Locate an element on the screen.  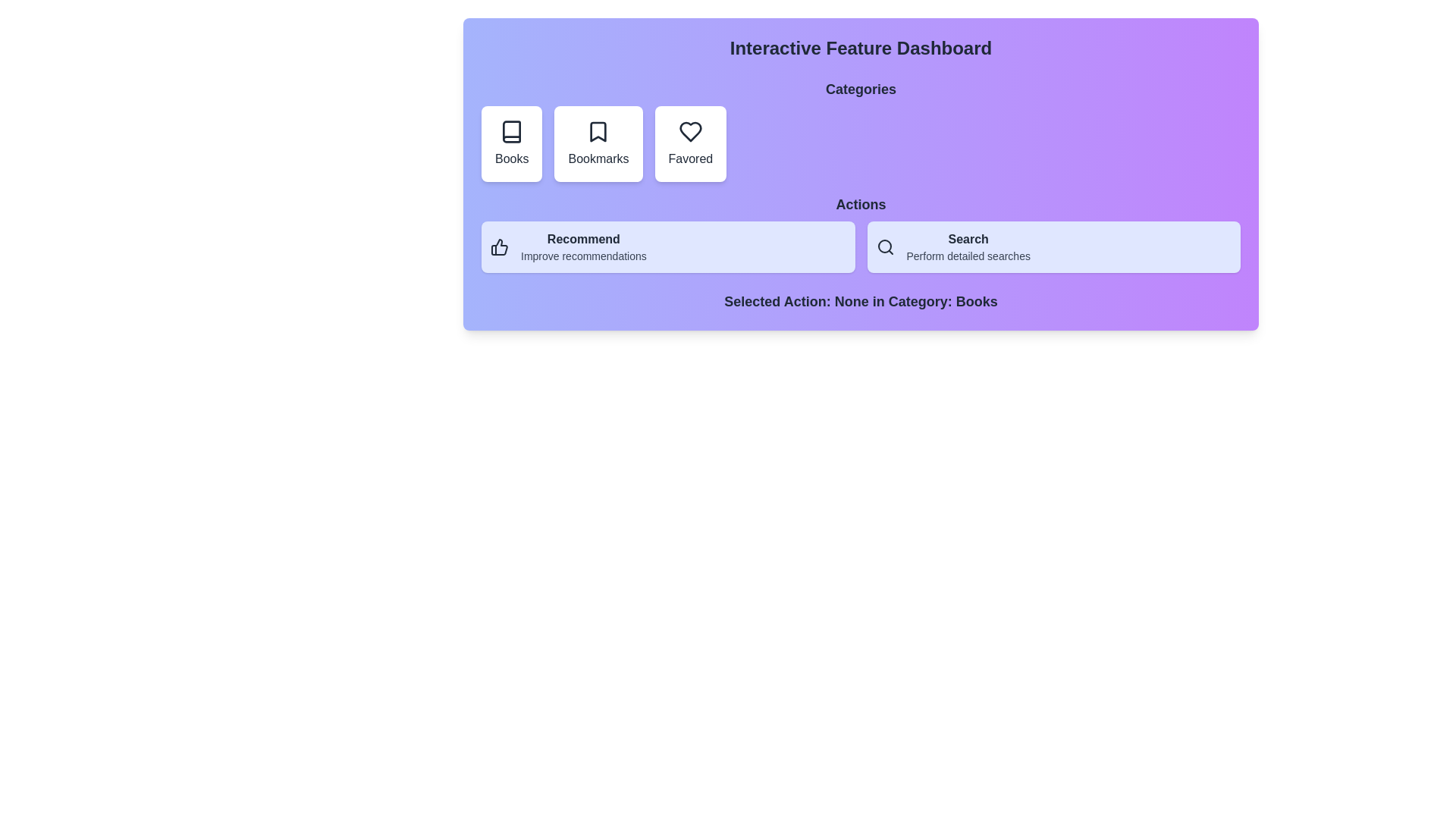
the text label displaying 'Actions', which is bold and larger in font, positioned centrally above the 'Recommend' and 'Search' buttons is located at coordinates (861, 205).